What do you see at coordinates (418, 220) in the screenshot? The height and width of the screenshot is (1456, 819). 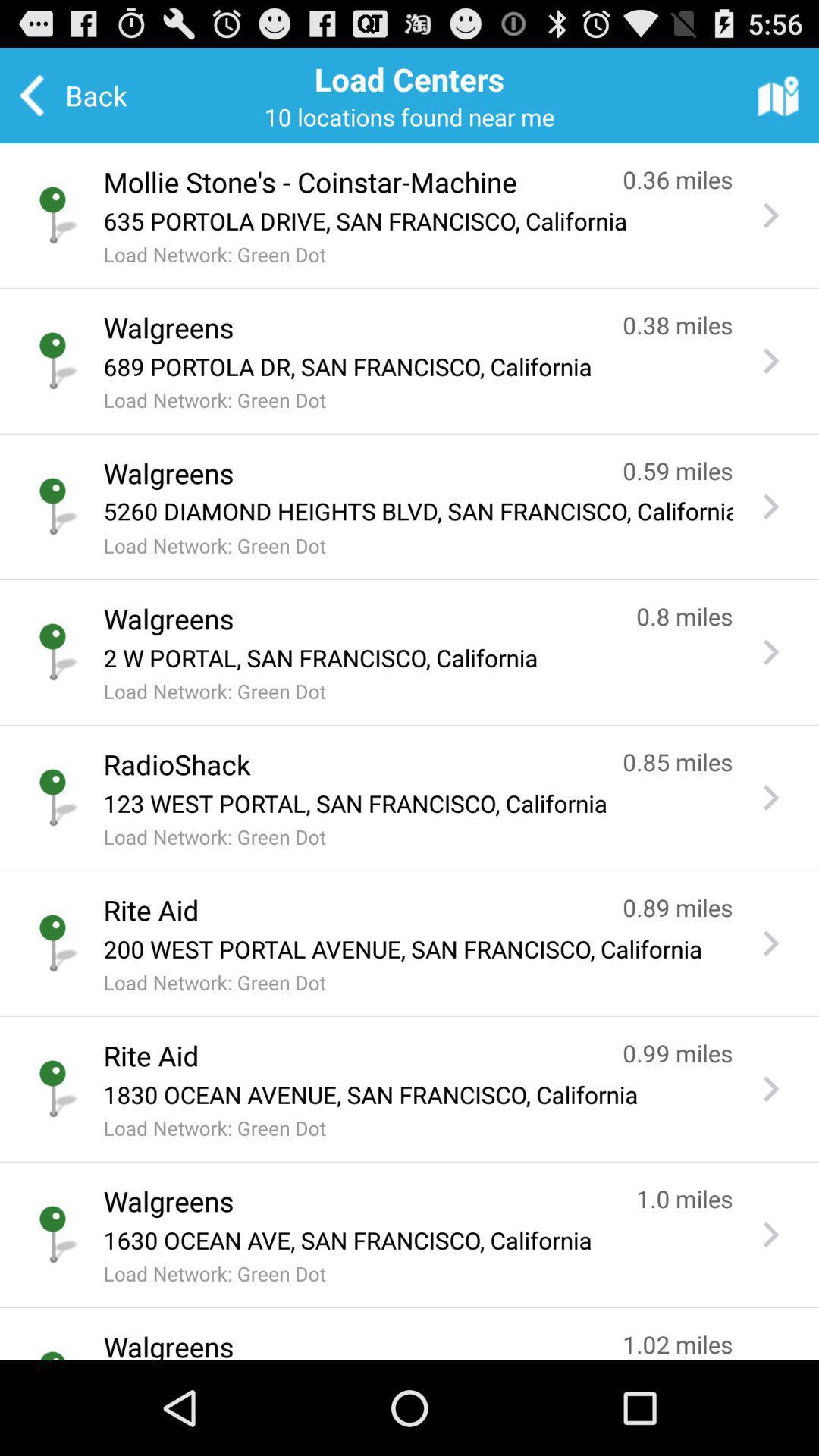 I see `635 portola drive icon` at bounding box center [418, 220].